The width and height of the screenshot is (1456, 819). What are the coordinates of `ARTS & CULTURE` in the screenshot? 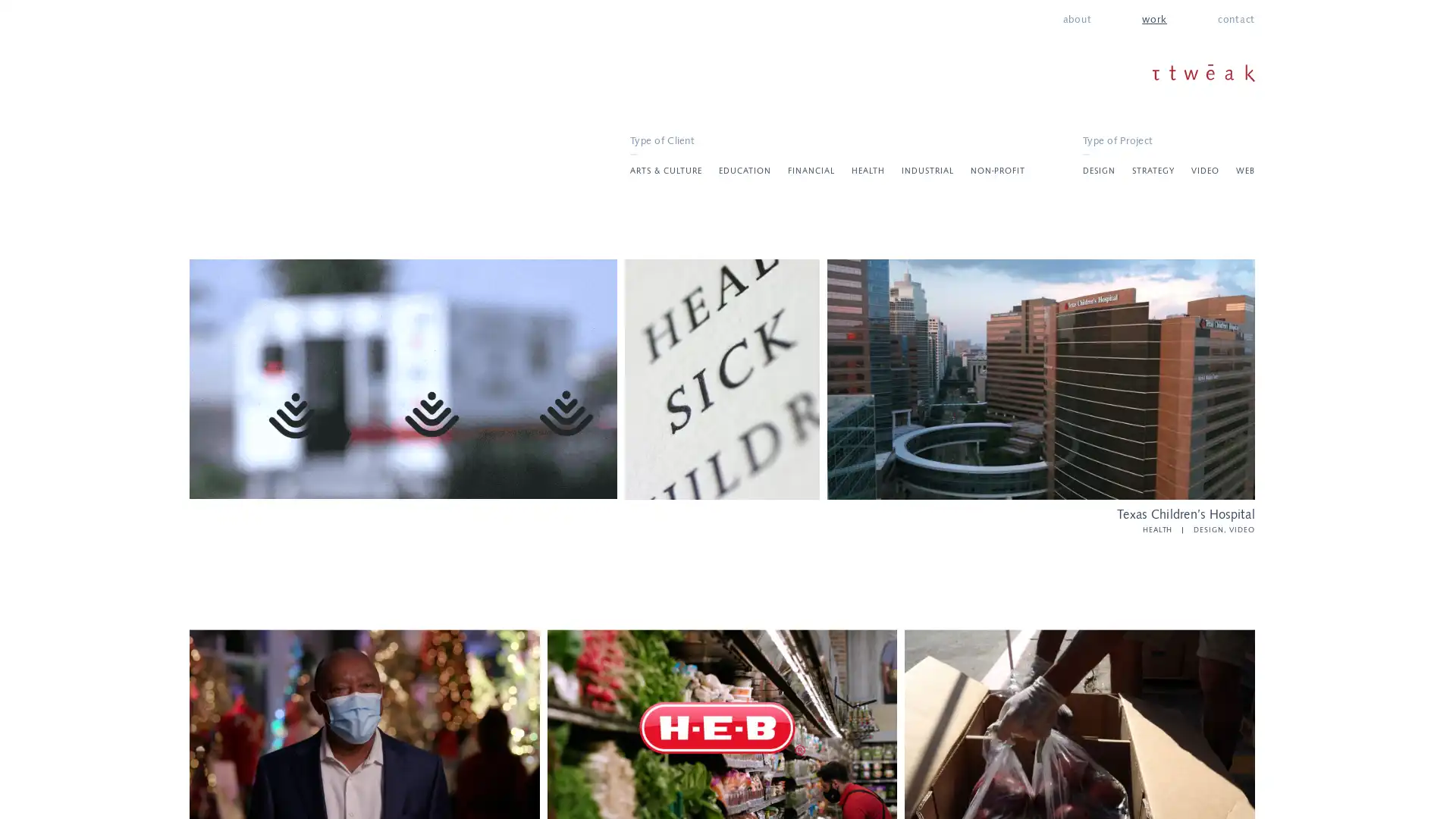 It's located at (666, 171).